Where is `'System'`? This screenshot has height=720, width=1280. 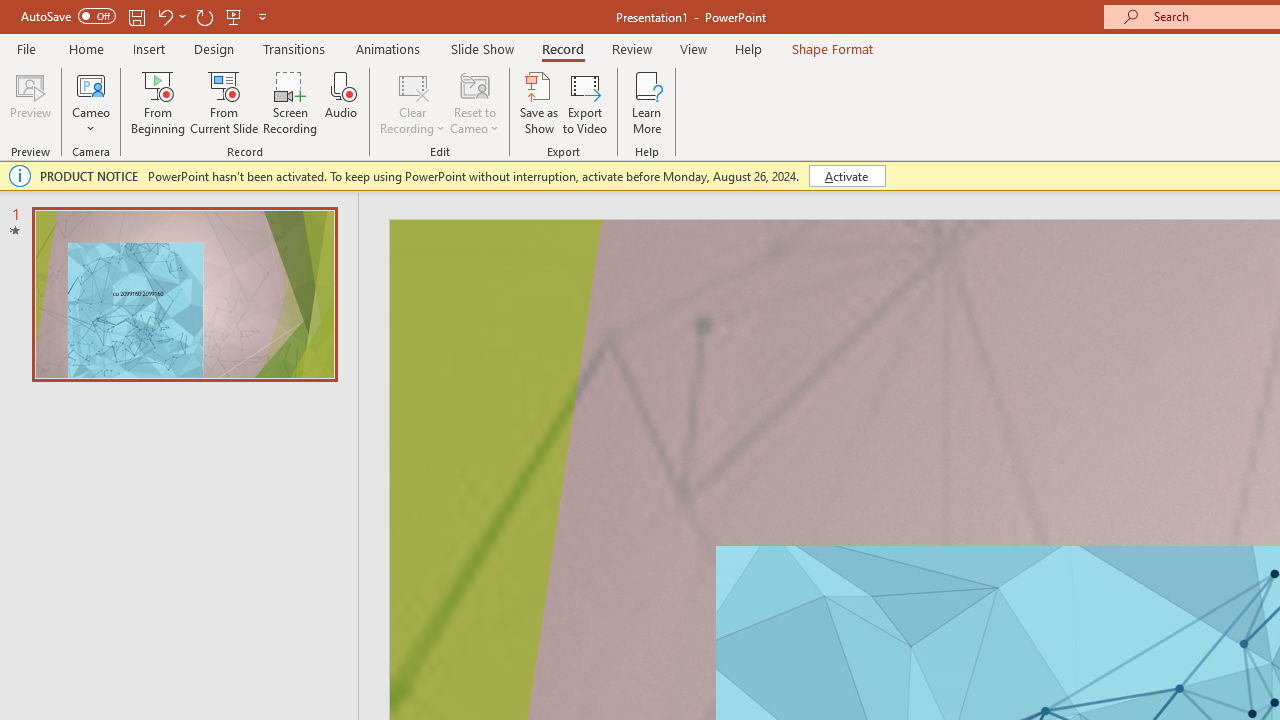 'System' is located at coordinates (10, 11).